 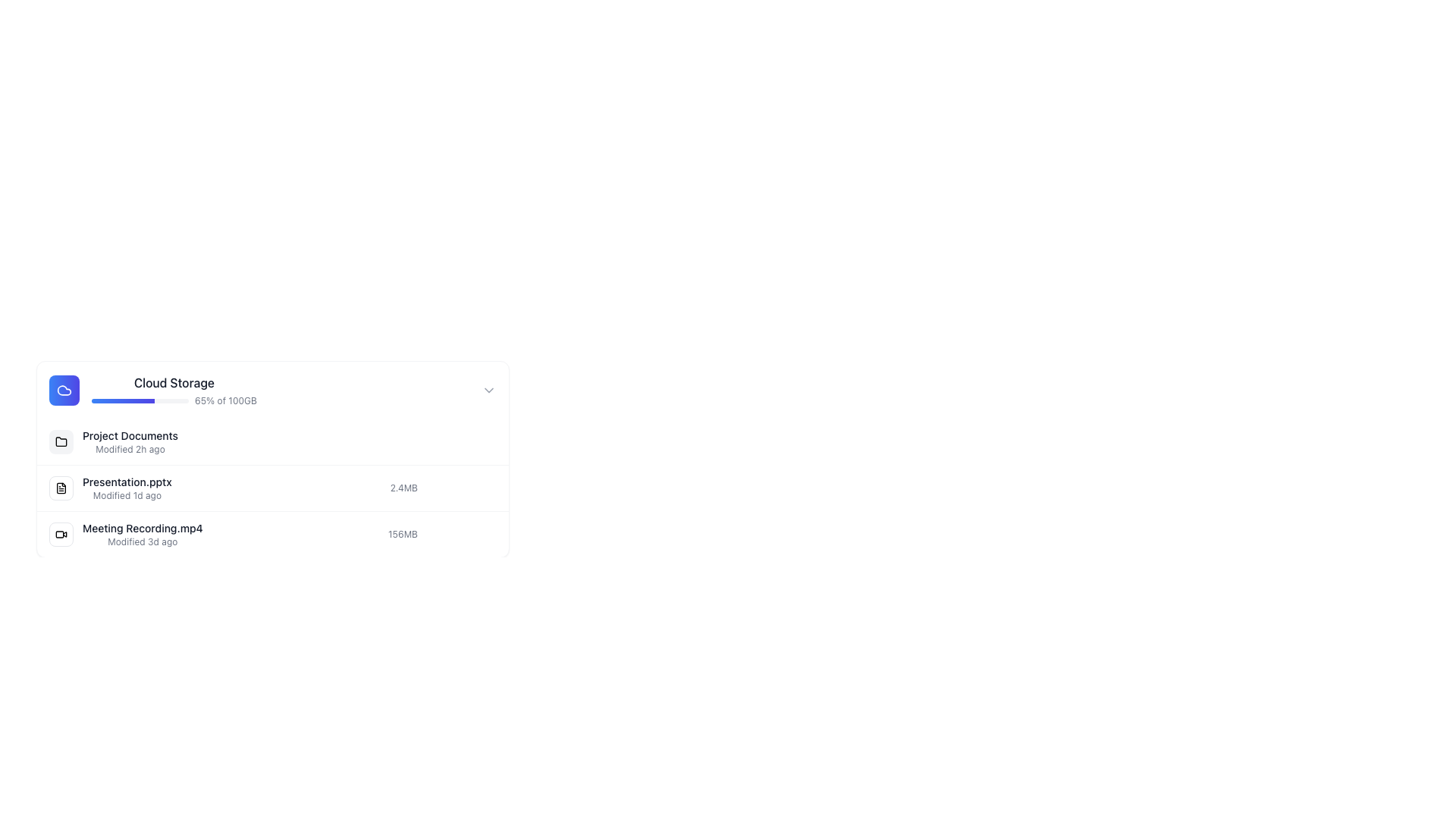 I want to click on metadata information displayed in the Text label located below the title 'Meeting Recording.mp4', so click(x=143, y=541).